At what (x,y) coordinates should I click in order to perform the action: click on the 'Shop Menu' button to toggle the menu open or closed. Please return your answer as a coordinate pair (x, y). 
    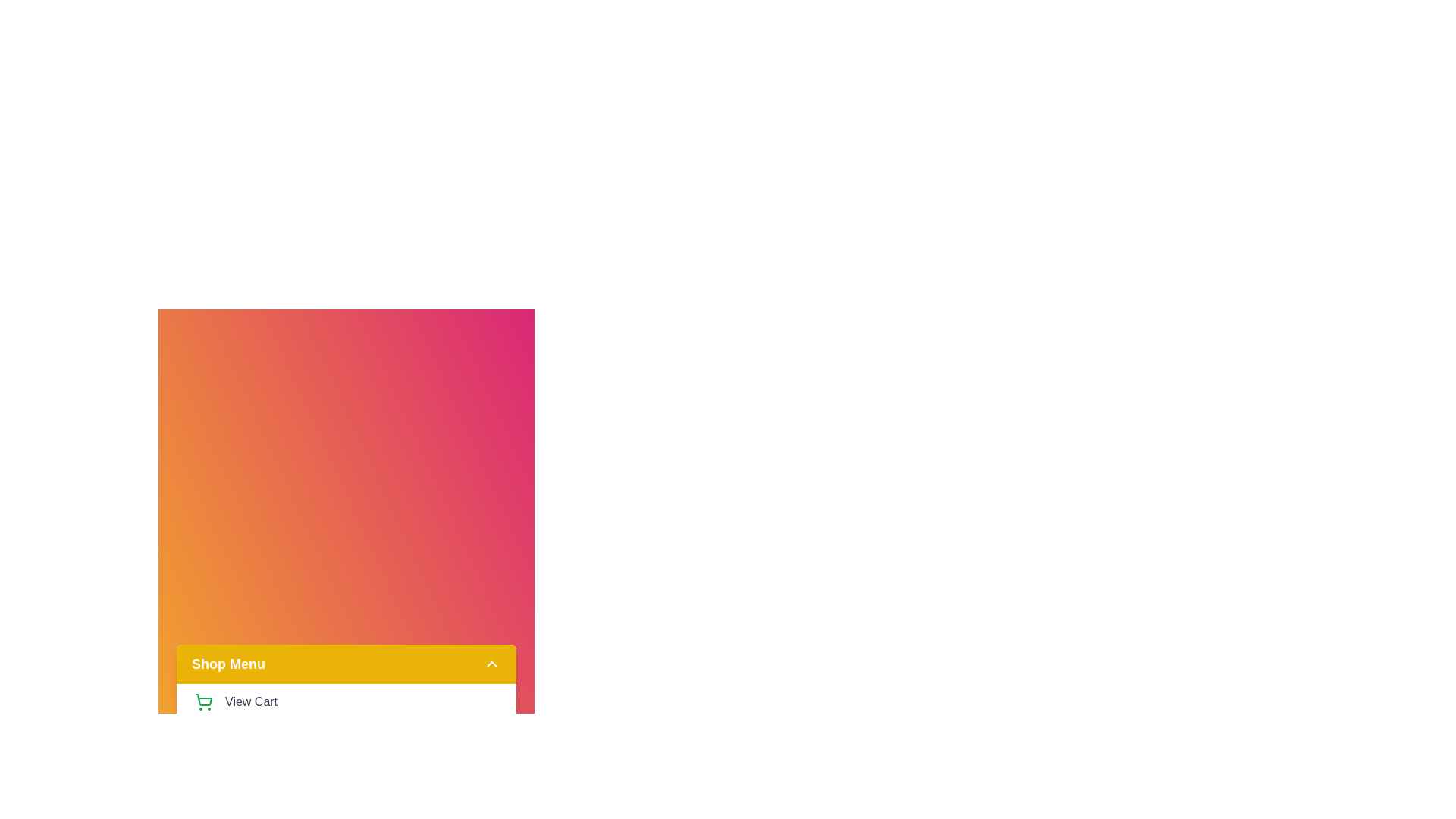
    Looking at the image, I should click on (345, 663).